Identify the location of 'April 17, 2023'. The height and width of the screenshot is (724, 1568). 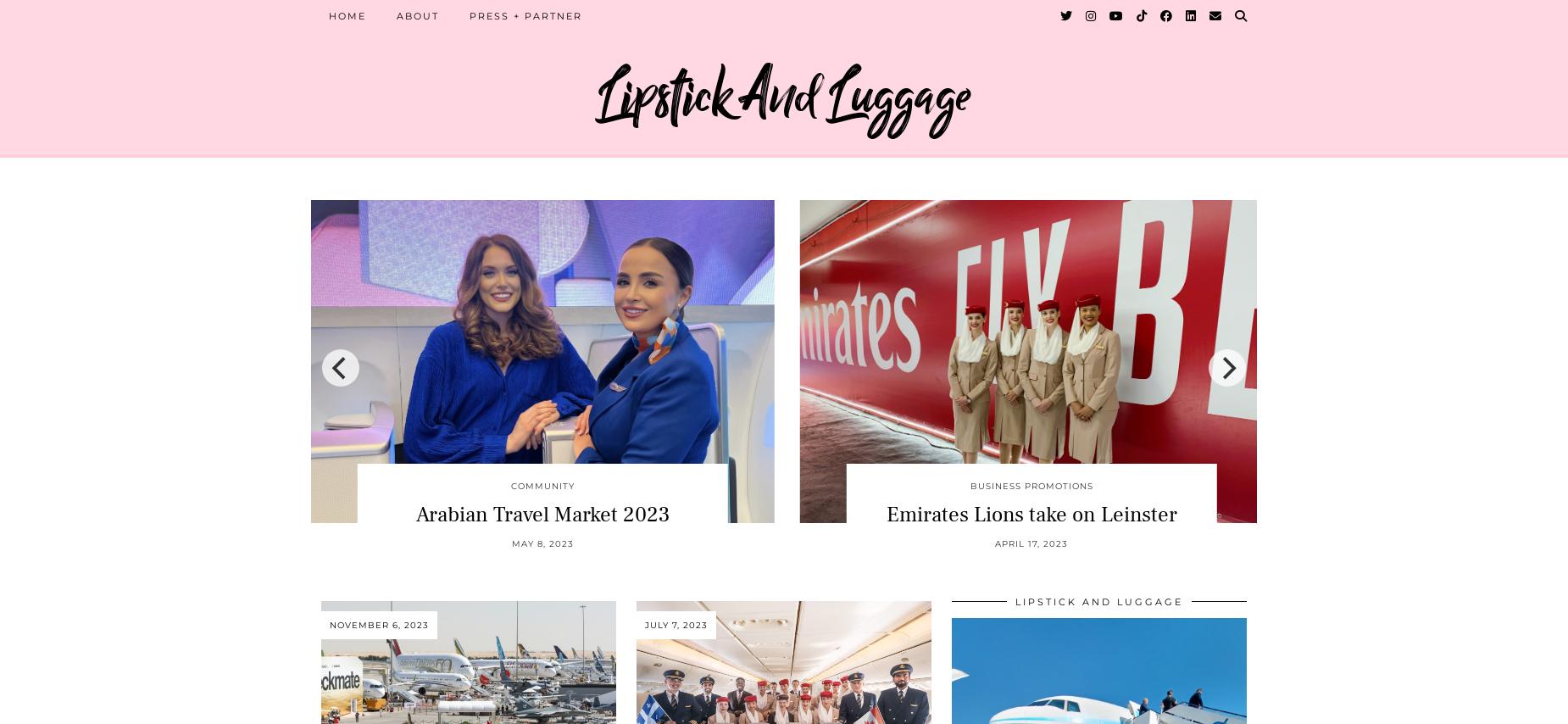
(994, 542).